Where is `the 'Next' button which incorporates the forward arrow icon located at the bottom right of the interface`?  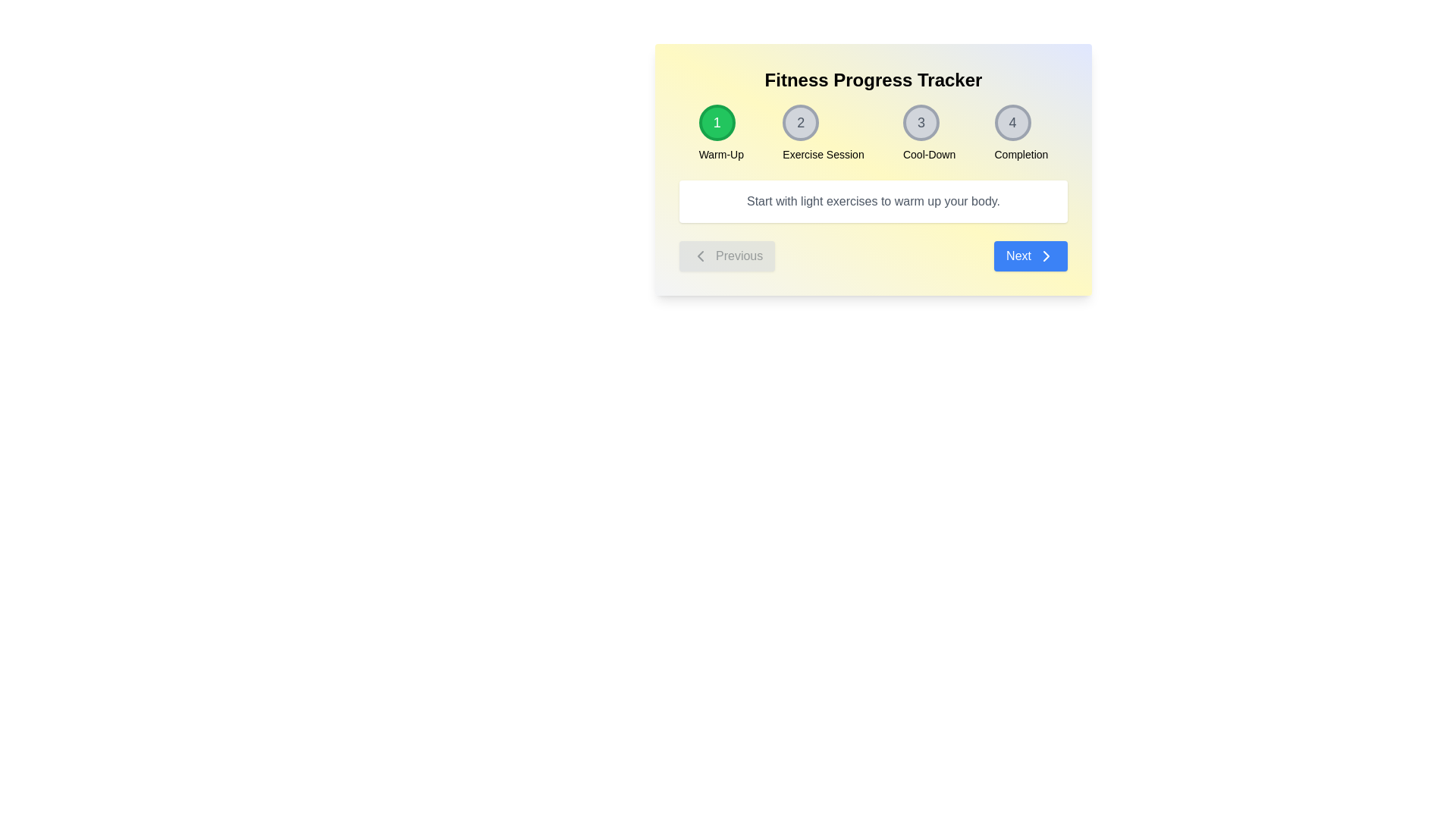
the 'Next' button which incorporates the forward arrow icon located at the bottom right of the interface is located at coordinates (1046, 256).